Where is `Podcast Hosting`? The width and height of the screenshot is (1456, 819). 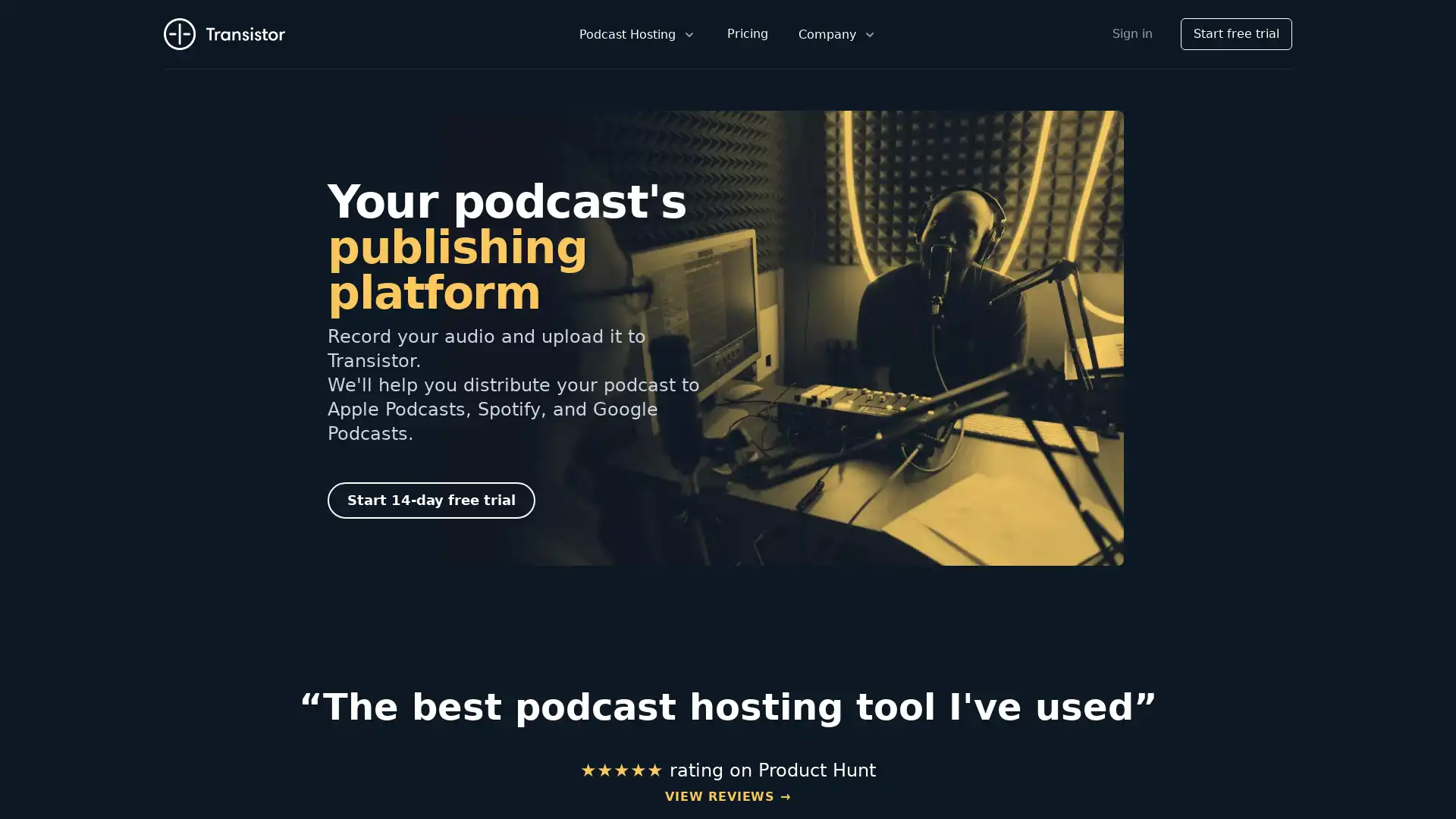 Podcast Hosting is located at coordinates (637, 34).